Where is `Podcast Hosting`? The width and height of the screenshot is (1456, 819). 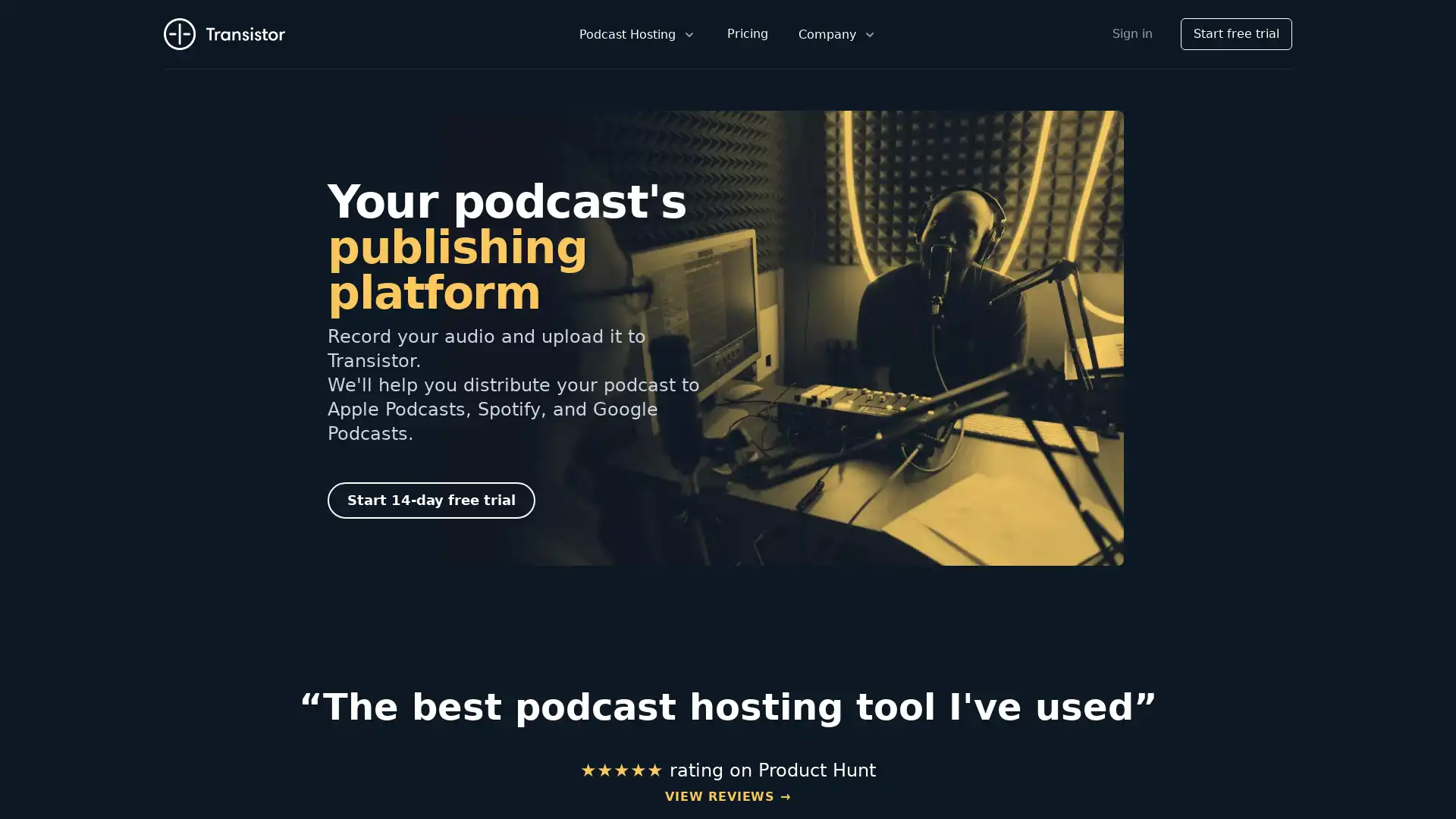 Podcast Hosting is located at coordinates (637, 34).